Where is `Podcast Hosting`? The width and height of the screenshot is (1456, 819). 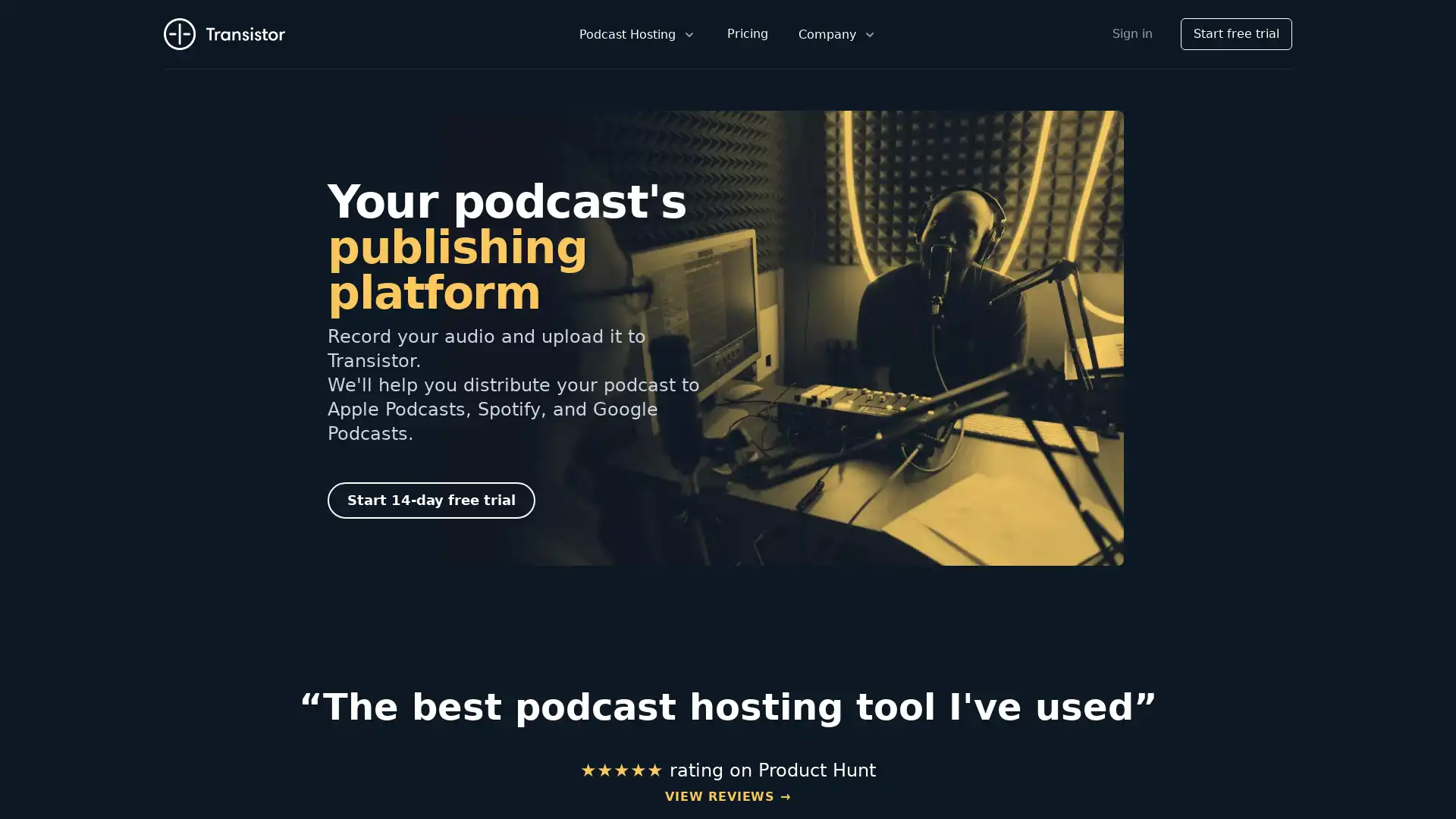 Podcast Hosting is located at coordinates (637, 34).